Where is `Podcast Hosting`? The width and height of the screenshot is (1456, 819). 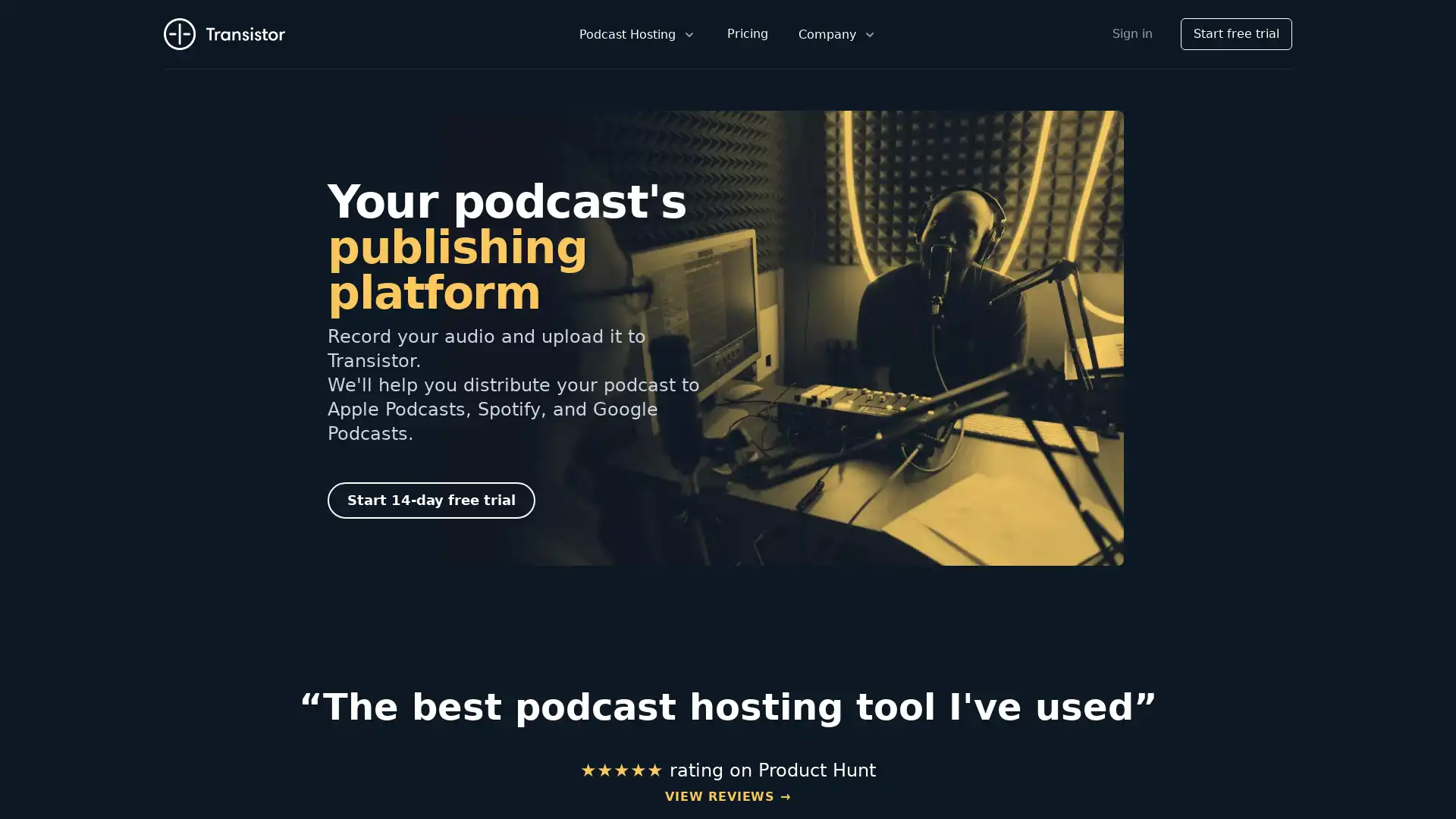 Podcast Hosting is located at coordinates (637, 34).